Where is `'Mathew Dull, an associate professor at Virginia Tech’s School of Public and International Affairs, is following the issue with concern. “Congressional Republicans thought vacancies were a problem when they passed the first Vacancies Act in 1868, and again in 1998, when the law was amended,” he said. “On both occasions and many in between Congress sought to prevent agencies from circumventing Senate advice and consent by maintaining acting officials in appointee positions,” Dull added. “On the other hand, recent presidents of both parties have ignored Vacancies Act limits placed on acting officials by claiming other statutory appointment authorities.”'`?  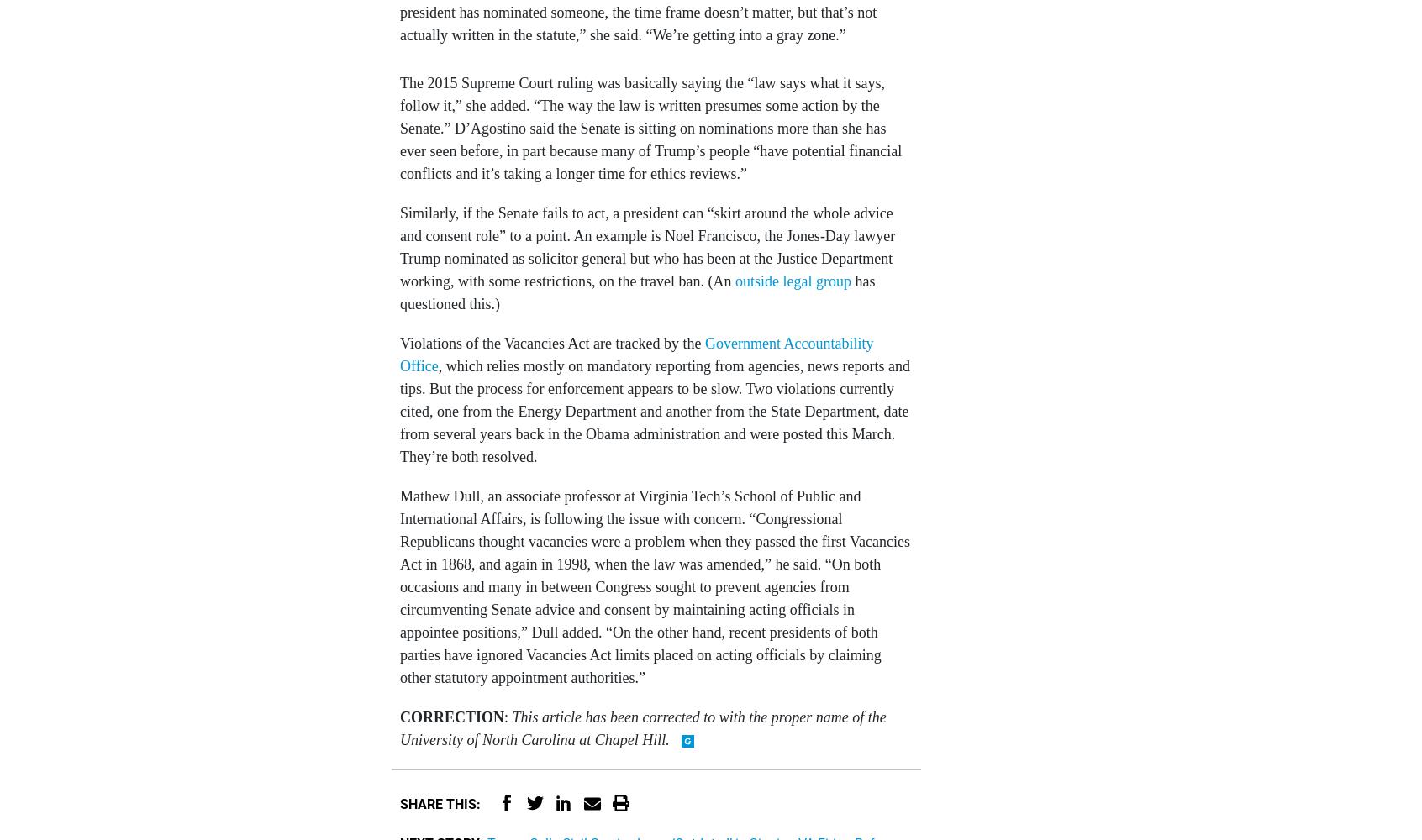 'Mathew Dull, an associate professor at Virginia Tech’s School of Public and International Affairs, is following the issue with concern. “Congressional Republicans thought vacancies were a problem when they passed the first Vacancies Act in 1868, and again in 1998, when the law was amended,” he said. “On both occasions and many in between Congress sought to prevent agencies from circumventing Senate advice and consent by maintaining acting officials in appointee positions,” Dull added. “On the other hand, recent presidents of both parties have ignored Vacancies Act limits placed on acting officials by claiming other statutory appointment authorities.”' is located at coordinates (654, 585).